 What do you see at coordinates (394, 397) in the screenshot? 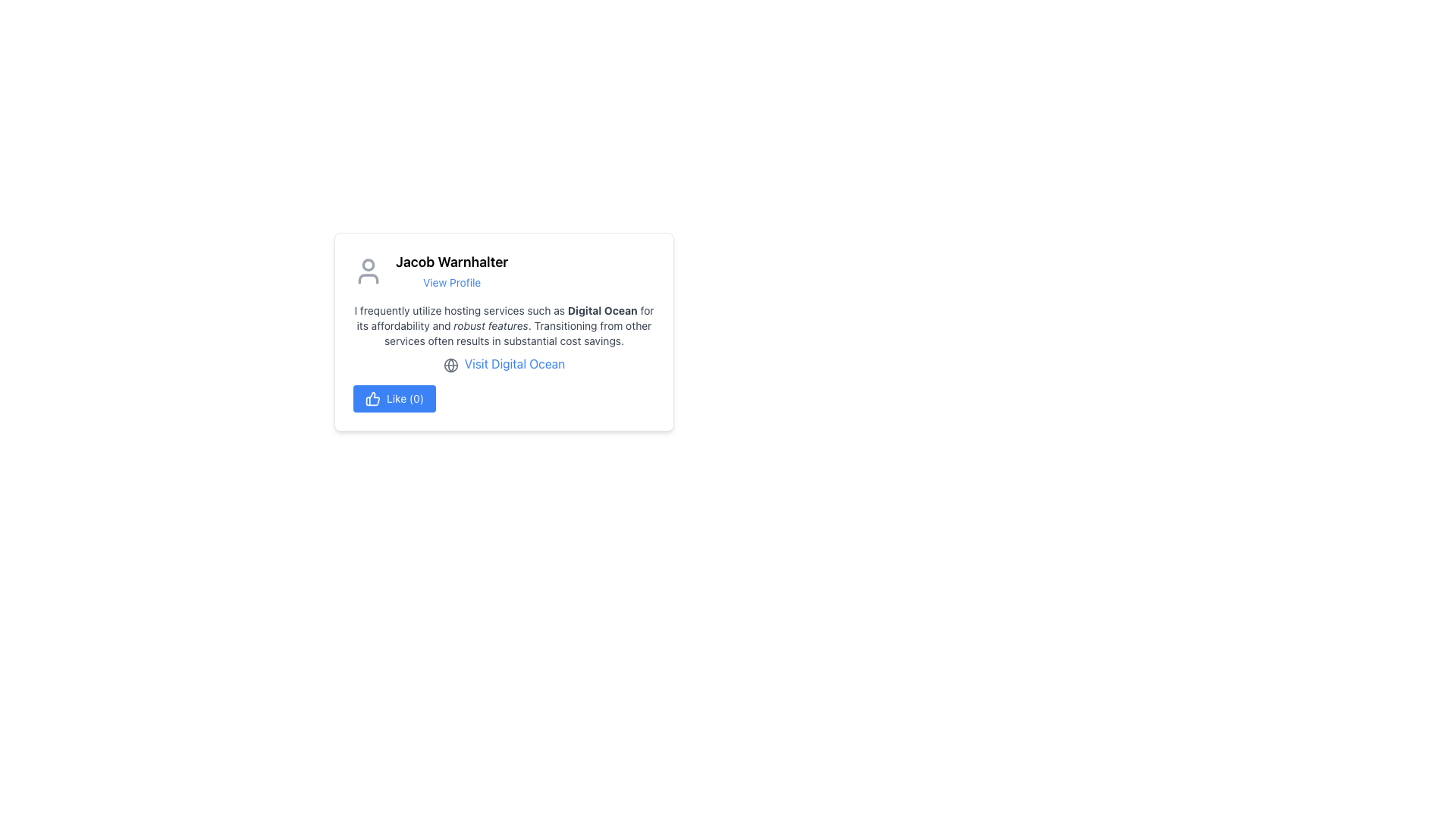
I see `the blue rectangular button with a thumbs-up icon and the text 'Like (0)' to like the content` at bounding box center [394, 397].